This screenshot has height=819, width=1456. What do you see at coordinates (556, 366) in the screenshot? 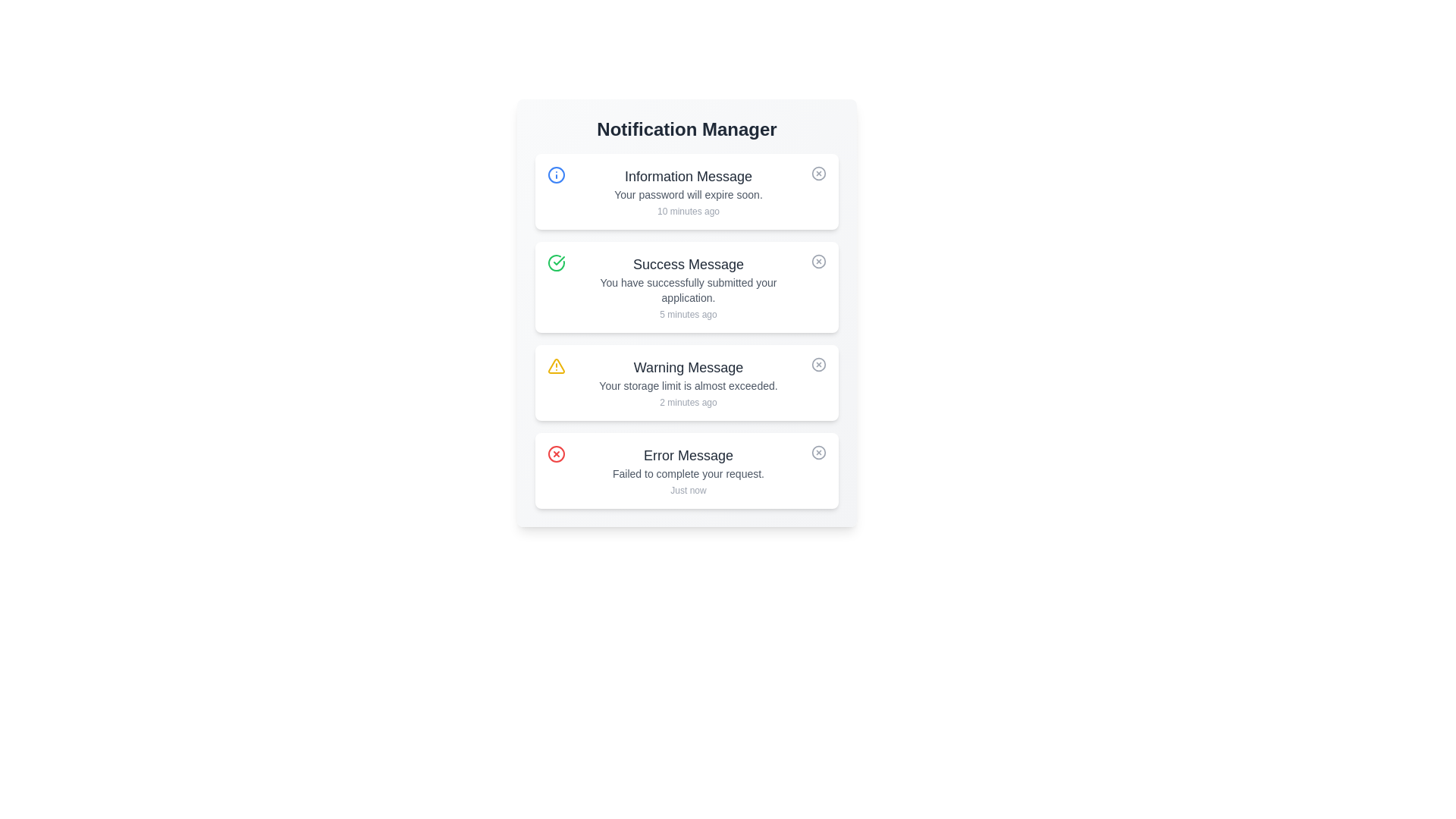
I see `the triangular yellow warning icon outlined in black, which is located in the third notification block next to the 'Warning Message' text` at bounding box center [556, 366].